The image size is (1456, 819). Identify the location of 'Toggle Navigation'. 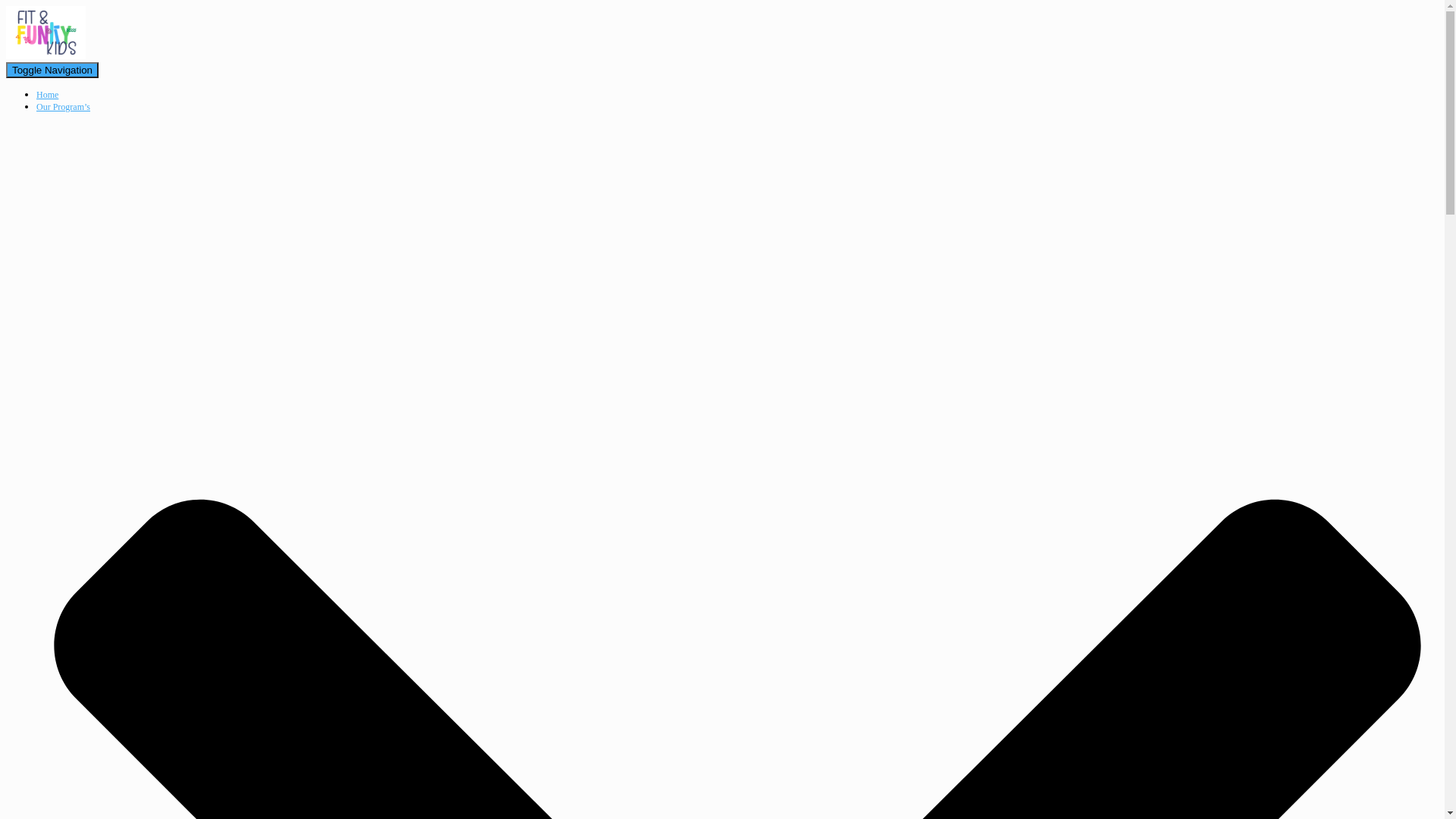
(52, 70).